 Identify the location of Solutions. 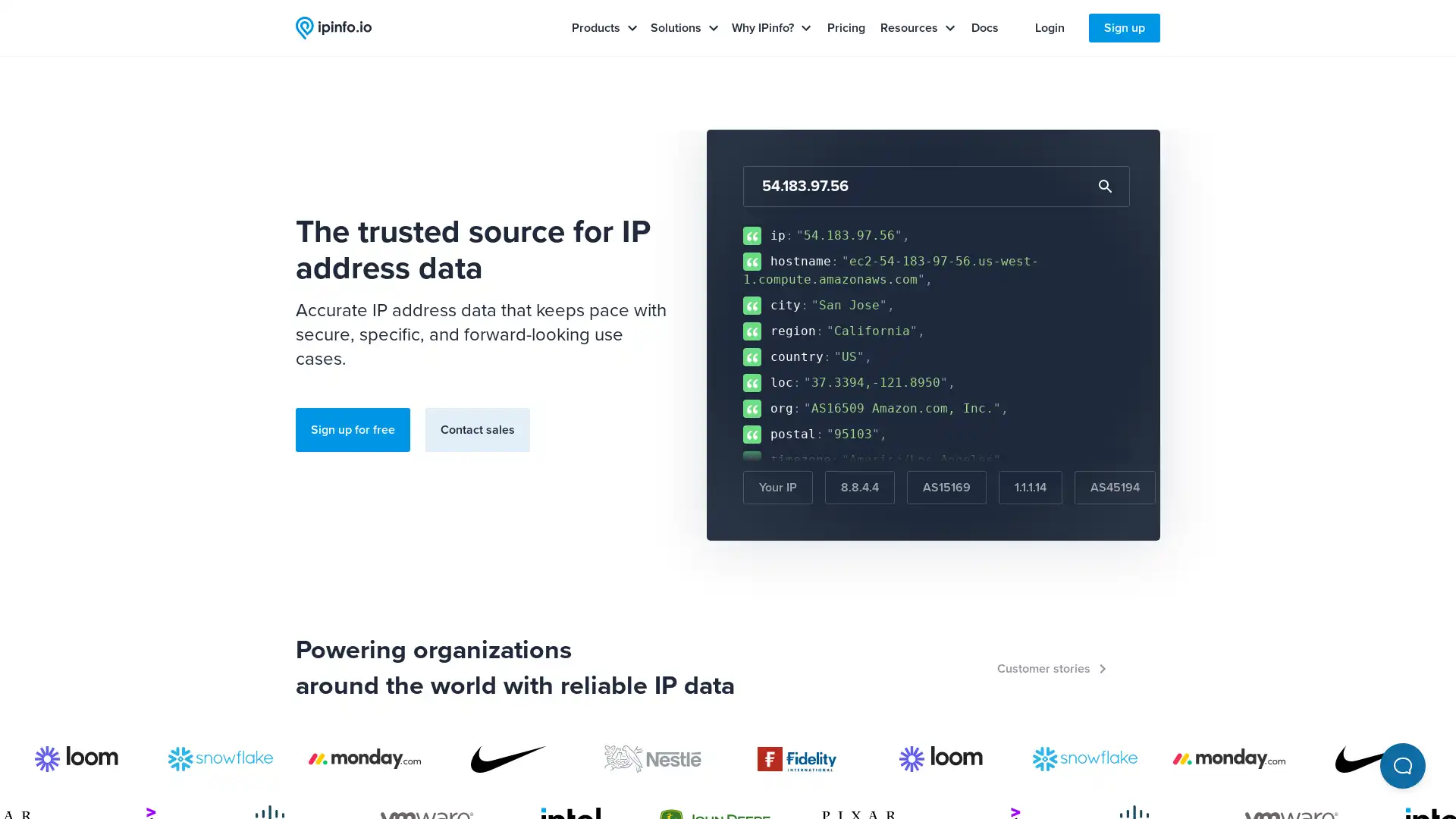
(684, 28).